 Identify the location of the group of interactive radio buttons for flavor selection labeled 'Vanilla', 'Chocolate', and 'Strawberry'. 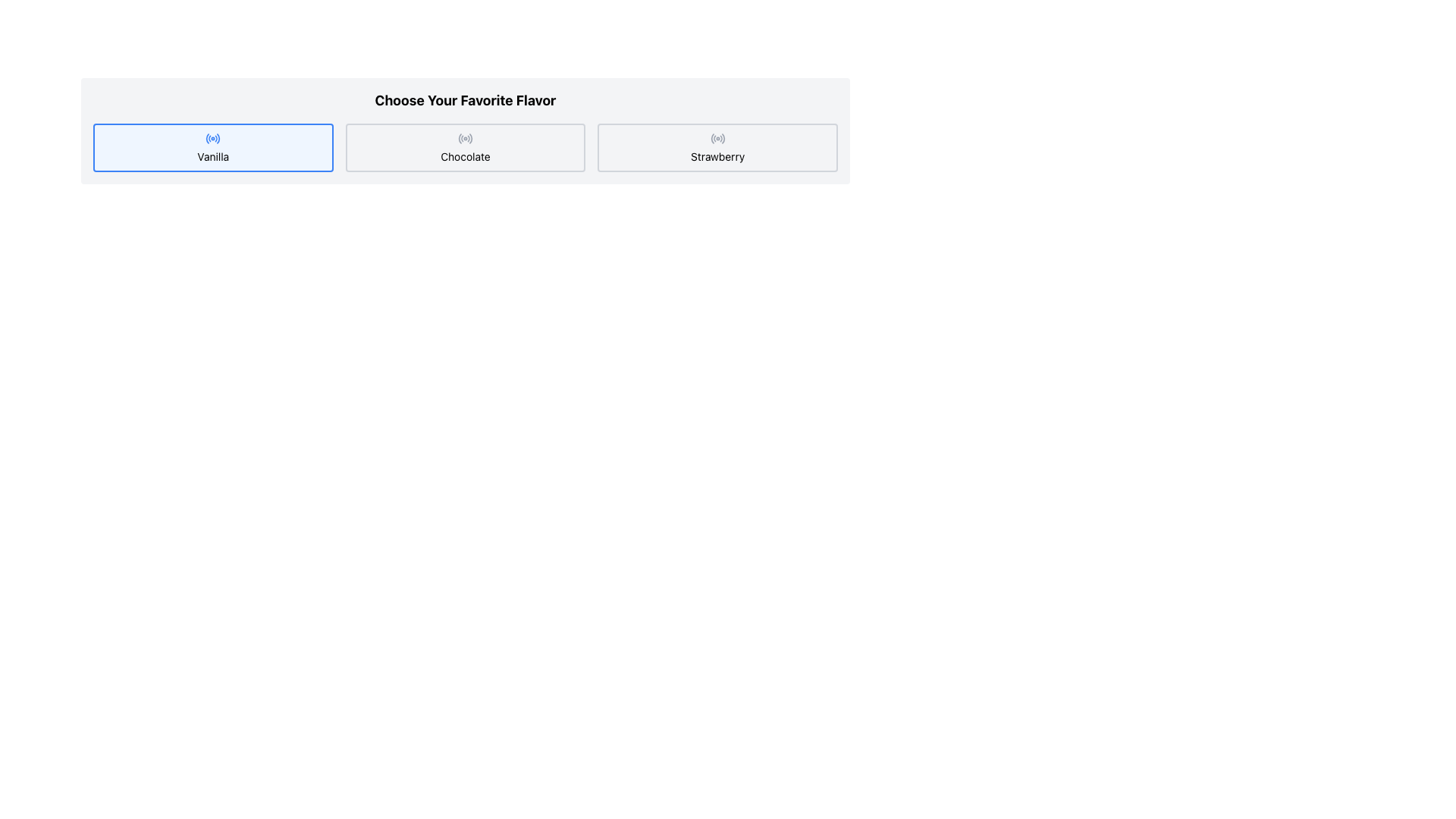
(465, 148).